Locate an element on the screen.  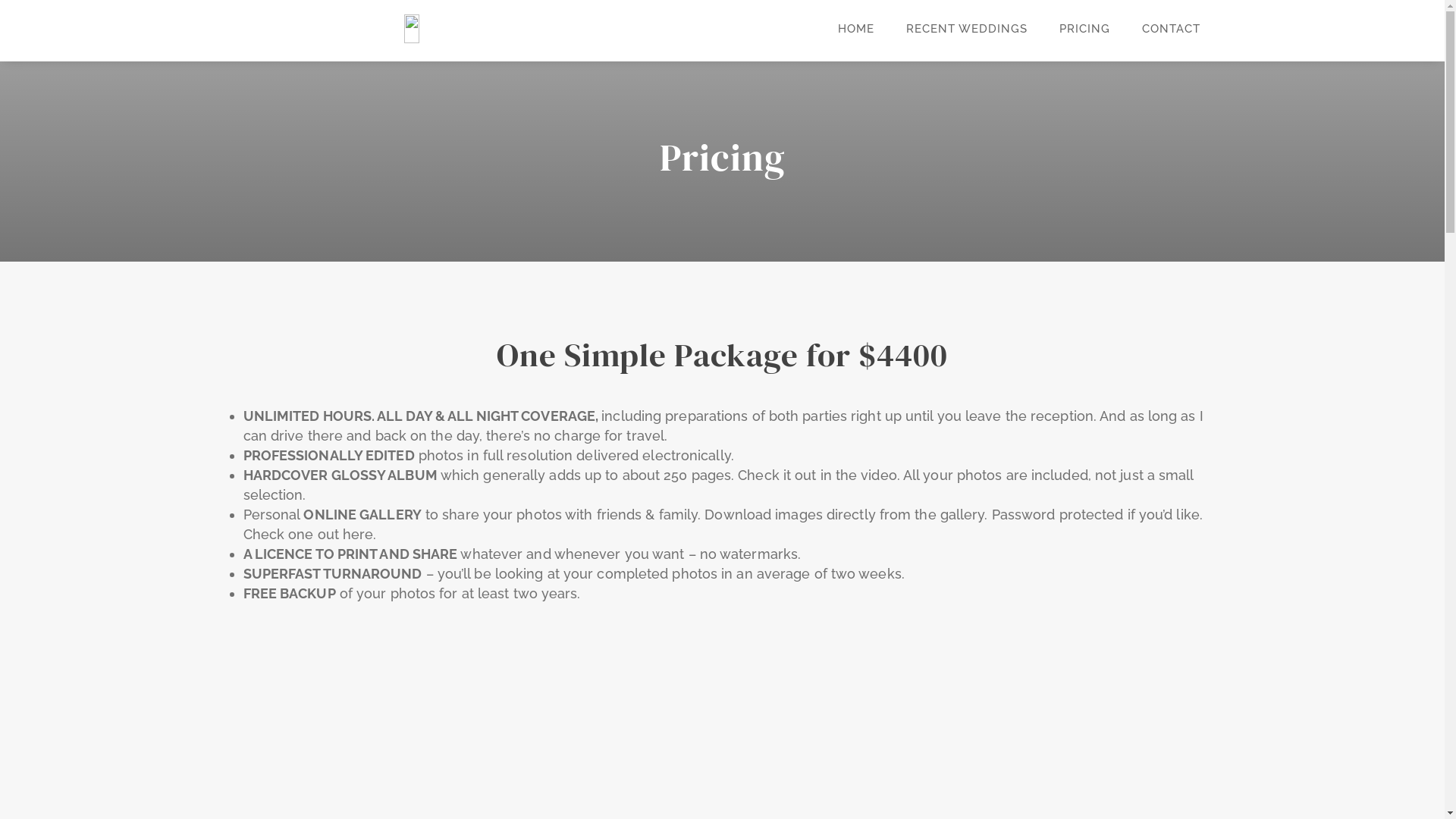
'HOME' is located at coordinates (855, 29).